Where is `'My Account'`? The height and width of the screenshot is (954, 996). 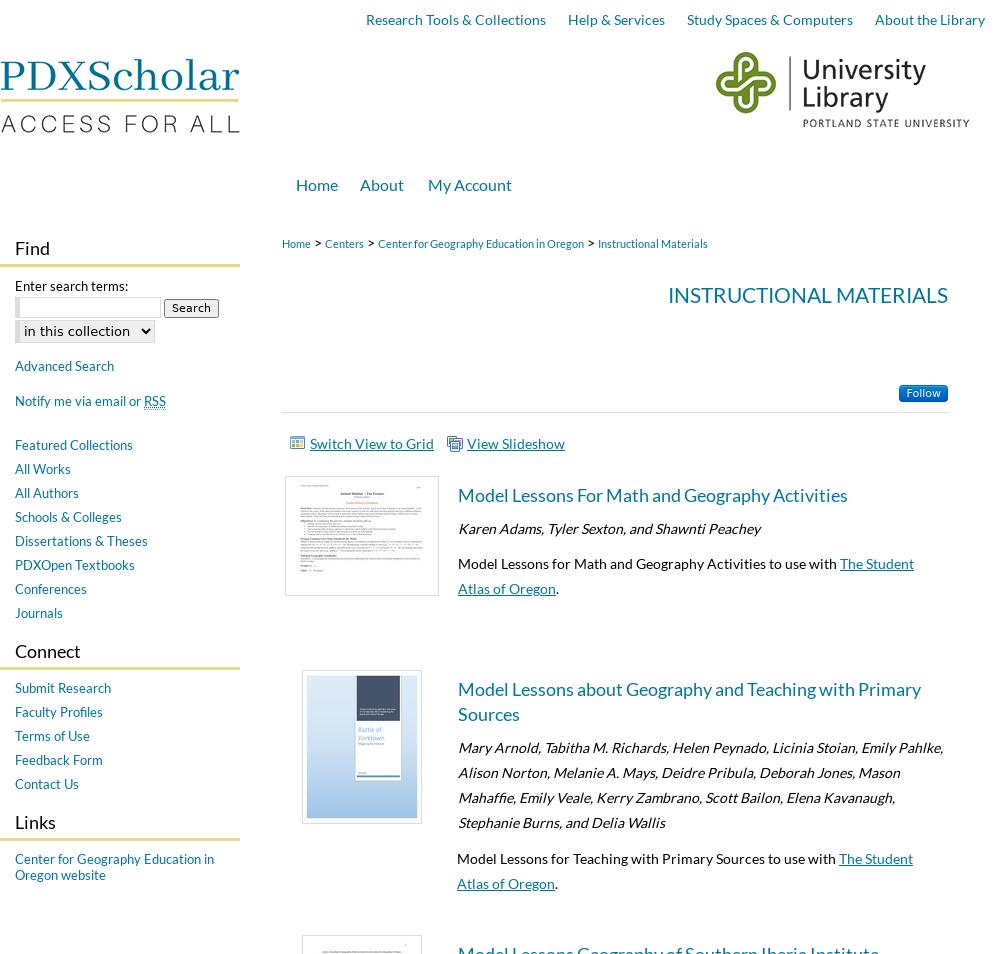
'My Account' is located at coordinates (468, 183).